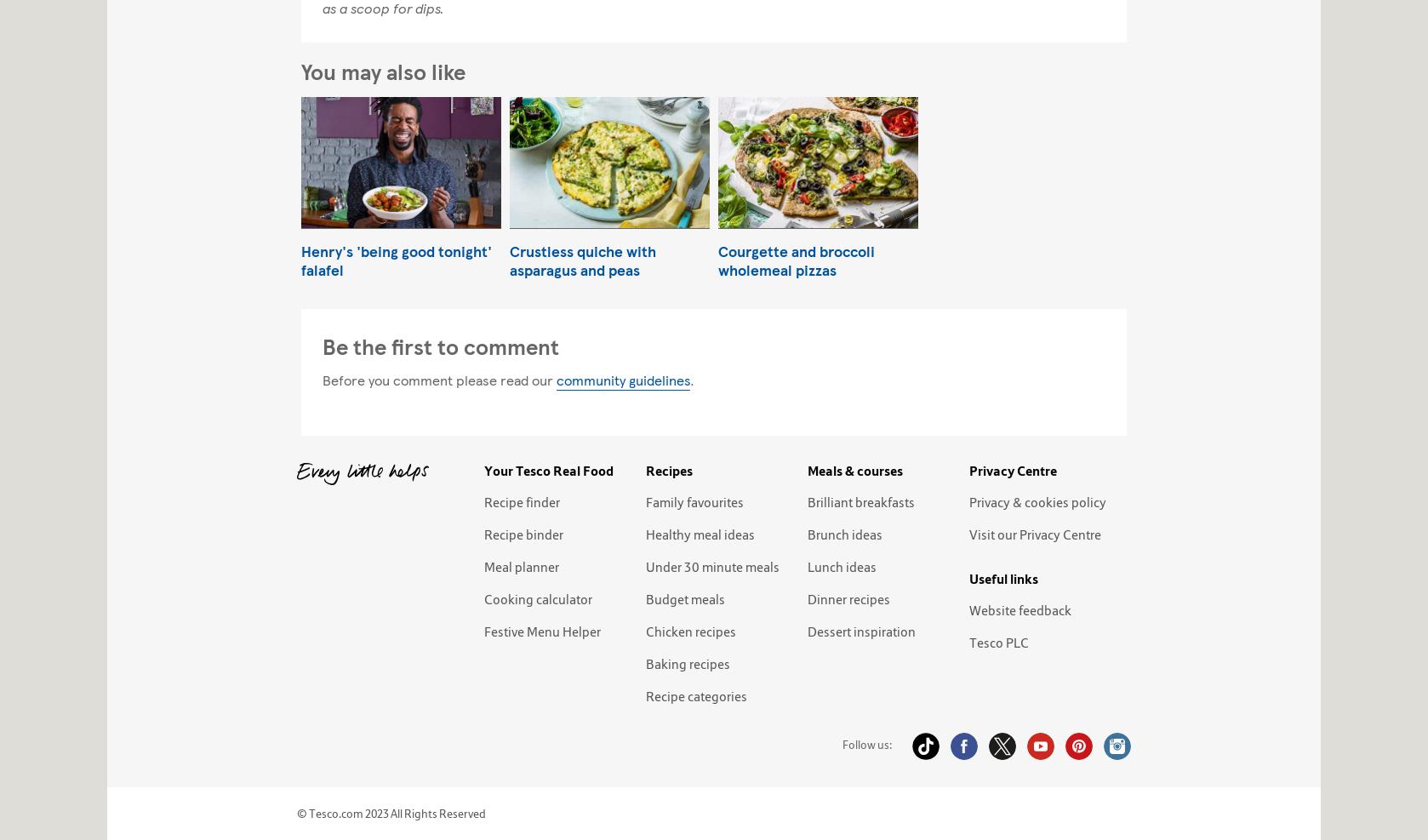  What do you see at coordinates (1035, 533) in the screenshot?
I see `'Visit our Privacy Centre'` at bounding box center [1035, 533].